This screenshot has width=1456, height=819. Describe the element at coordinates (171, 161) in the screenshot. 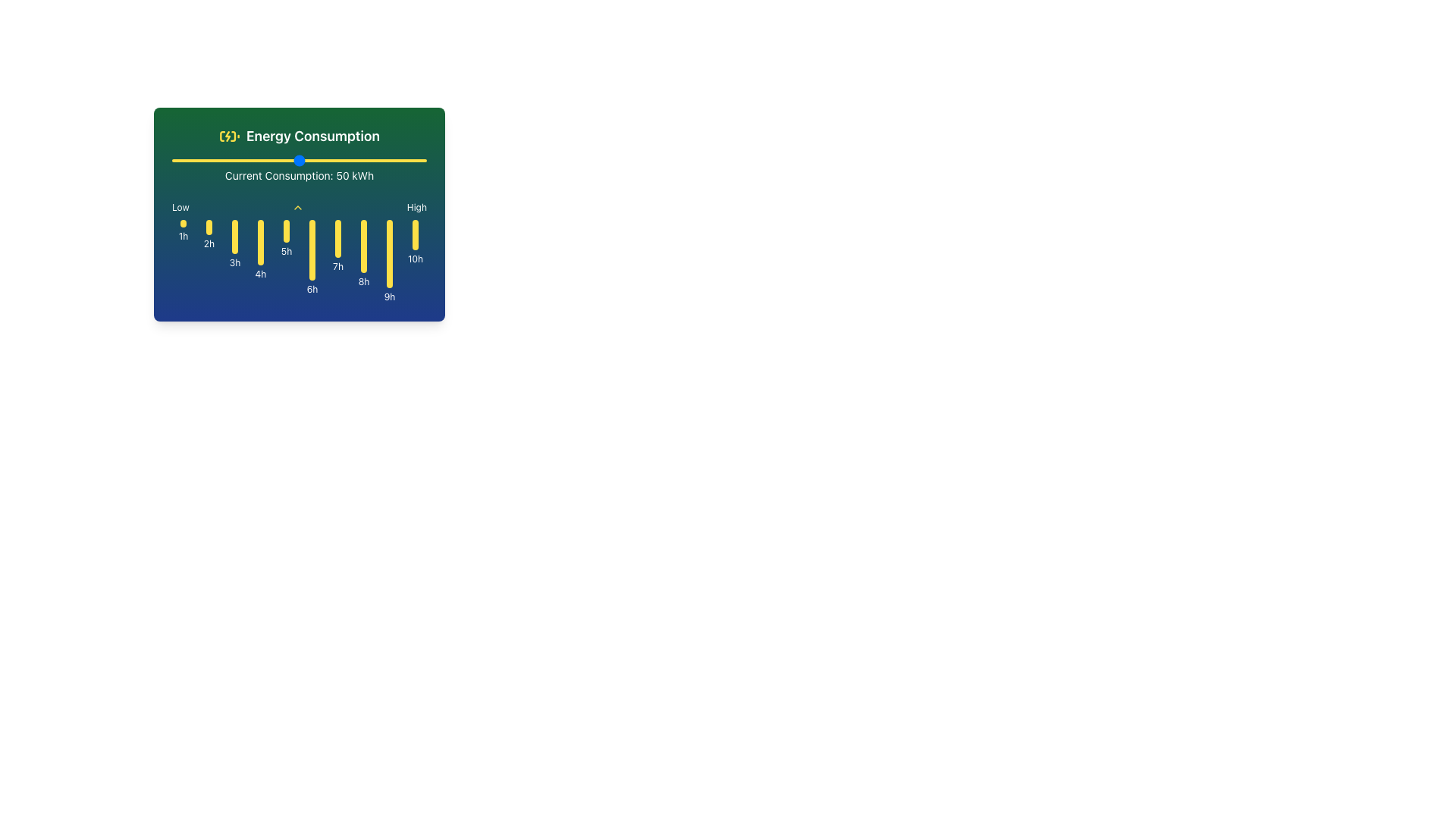

I see `current consumption` at that location.